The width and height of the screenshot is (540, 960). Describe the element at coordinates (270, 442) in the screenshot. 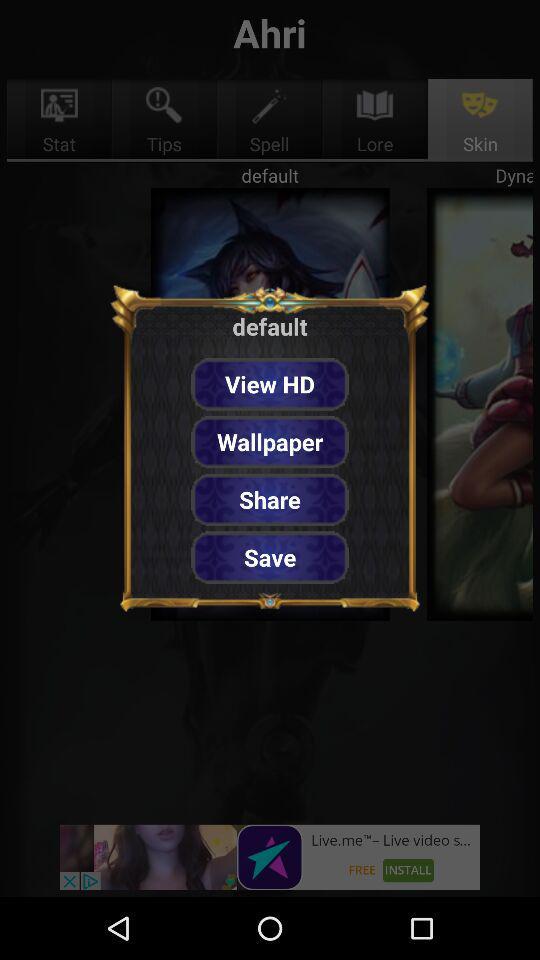

I see `the wallpaper item` at that location.